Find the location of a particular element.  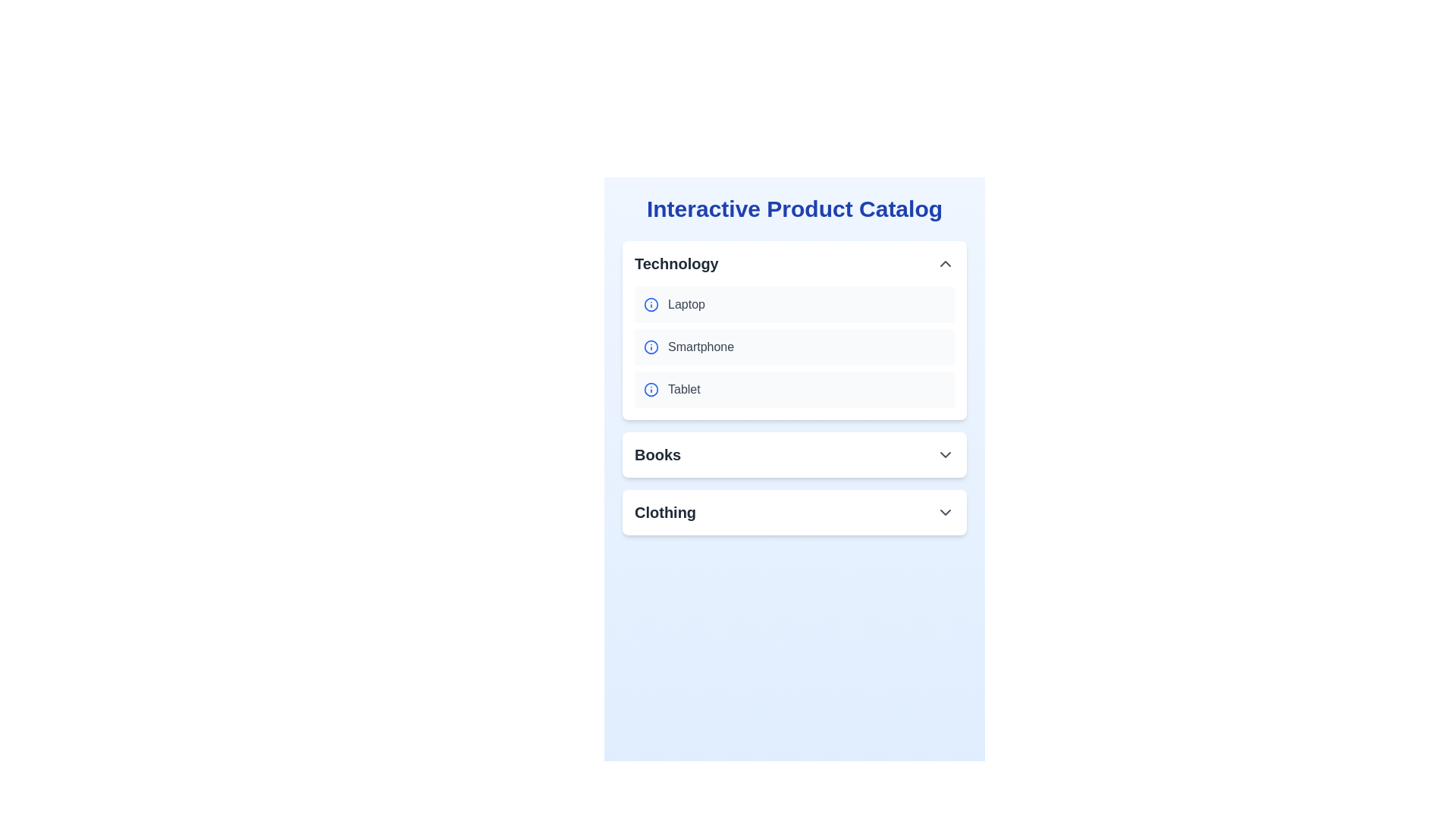

the dropdown selector item for the 'Clothing' category, which is located centrally within the 'Books' box and below the 'Technology' section is located at coordinates (793, 512).